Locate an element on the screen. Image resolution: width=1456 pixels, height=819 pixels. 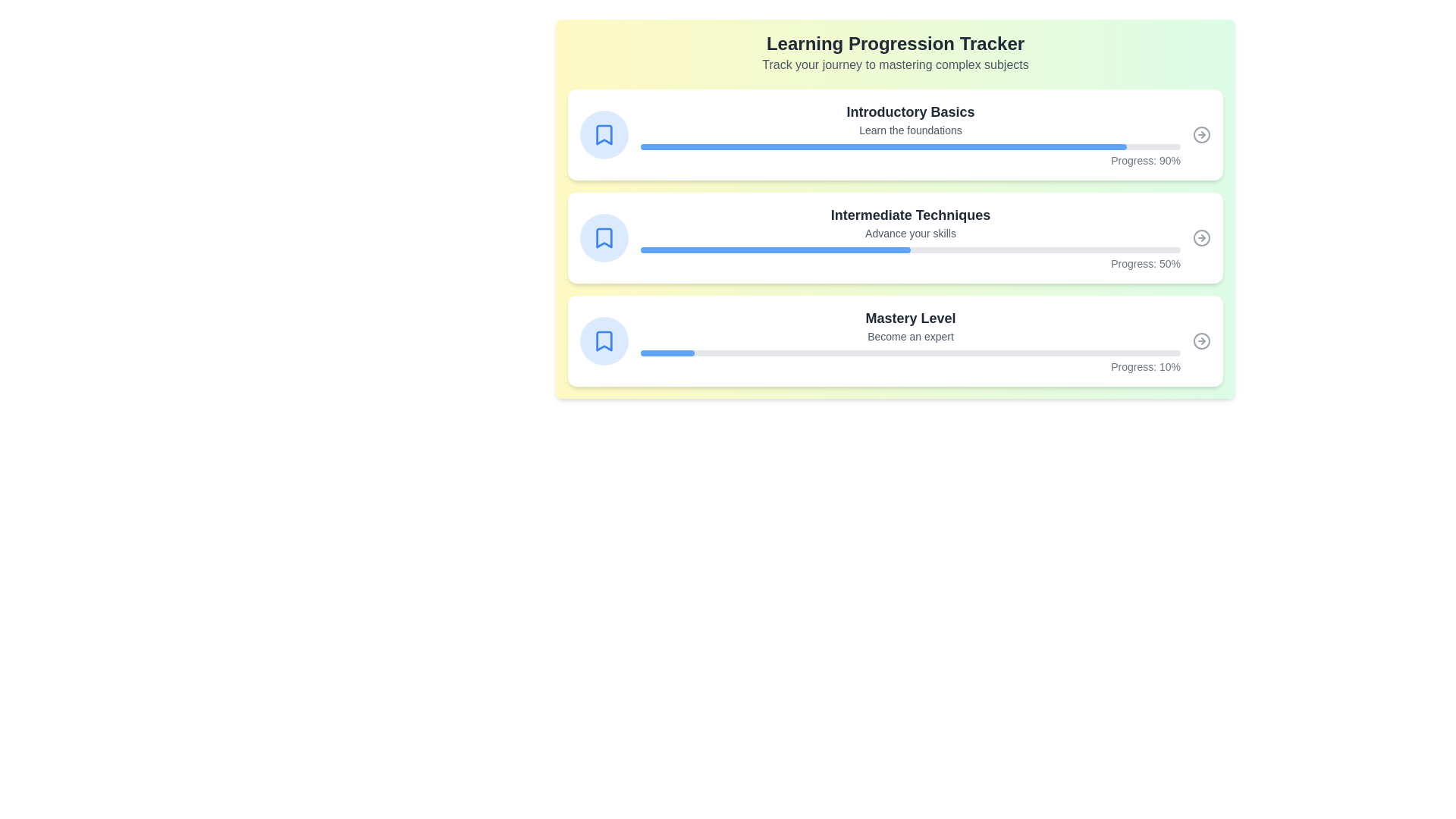
the blue bookmark-style icon representing the 'Mastery Level' in the Learning Progression Tracker interface is located at coordinates (603, 341).